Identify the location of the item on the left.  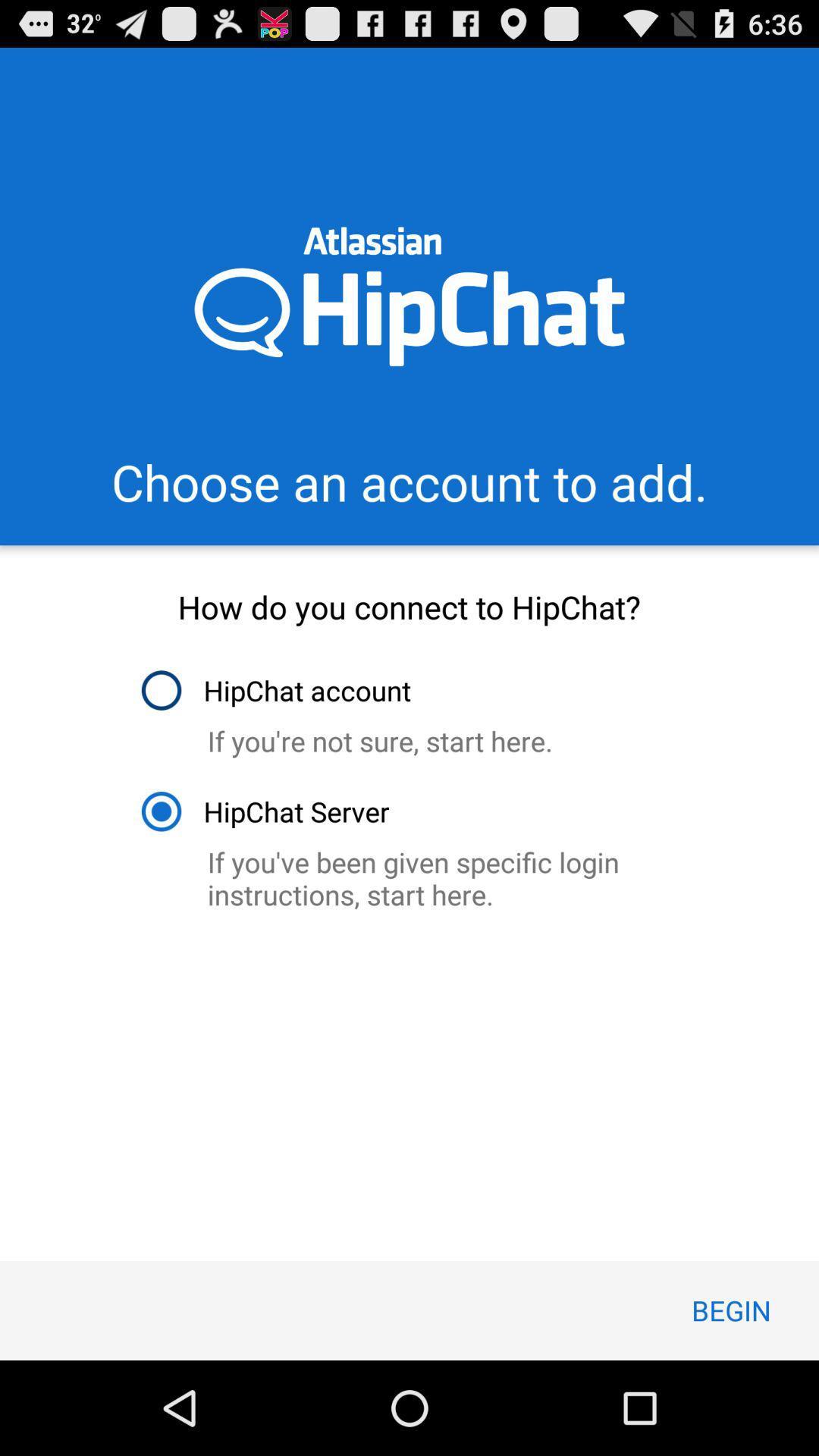
(264, 811).